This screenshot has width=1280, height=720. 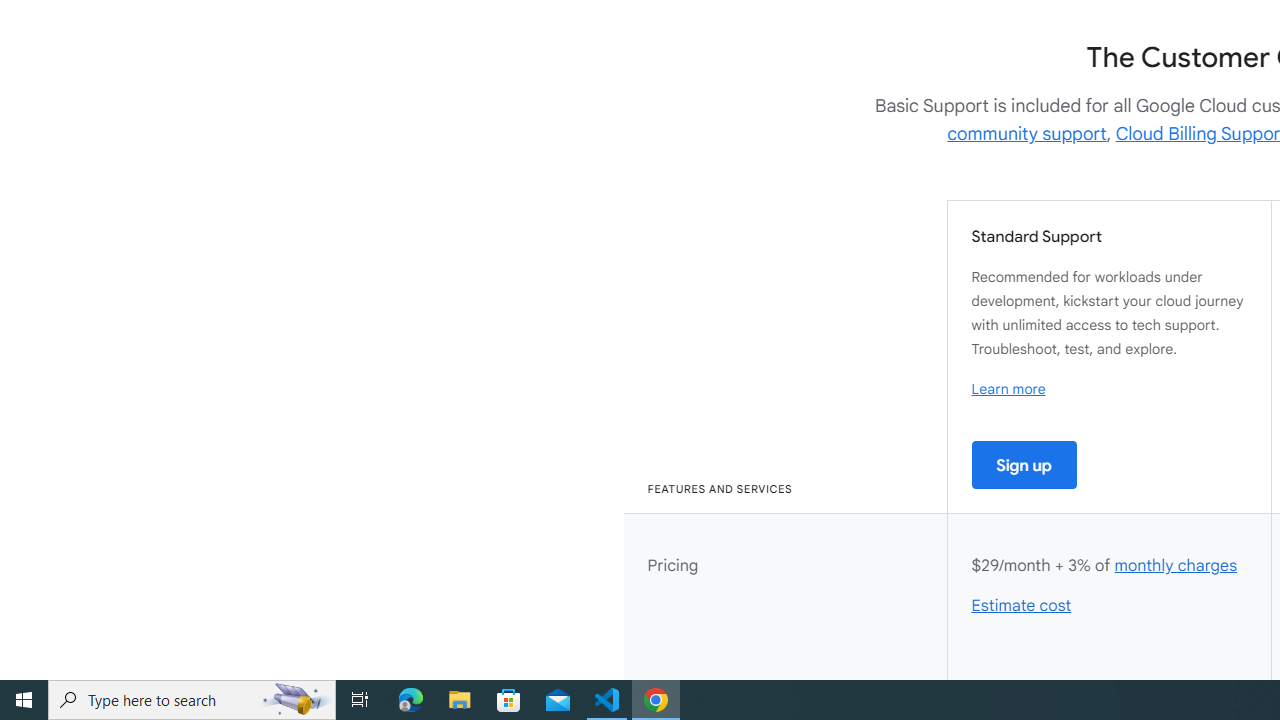 What do you see at coordinates (1027, 133) in the screenshot?
I see `'community support'` at bounding box center [1027, 133].